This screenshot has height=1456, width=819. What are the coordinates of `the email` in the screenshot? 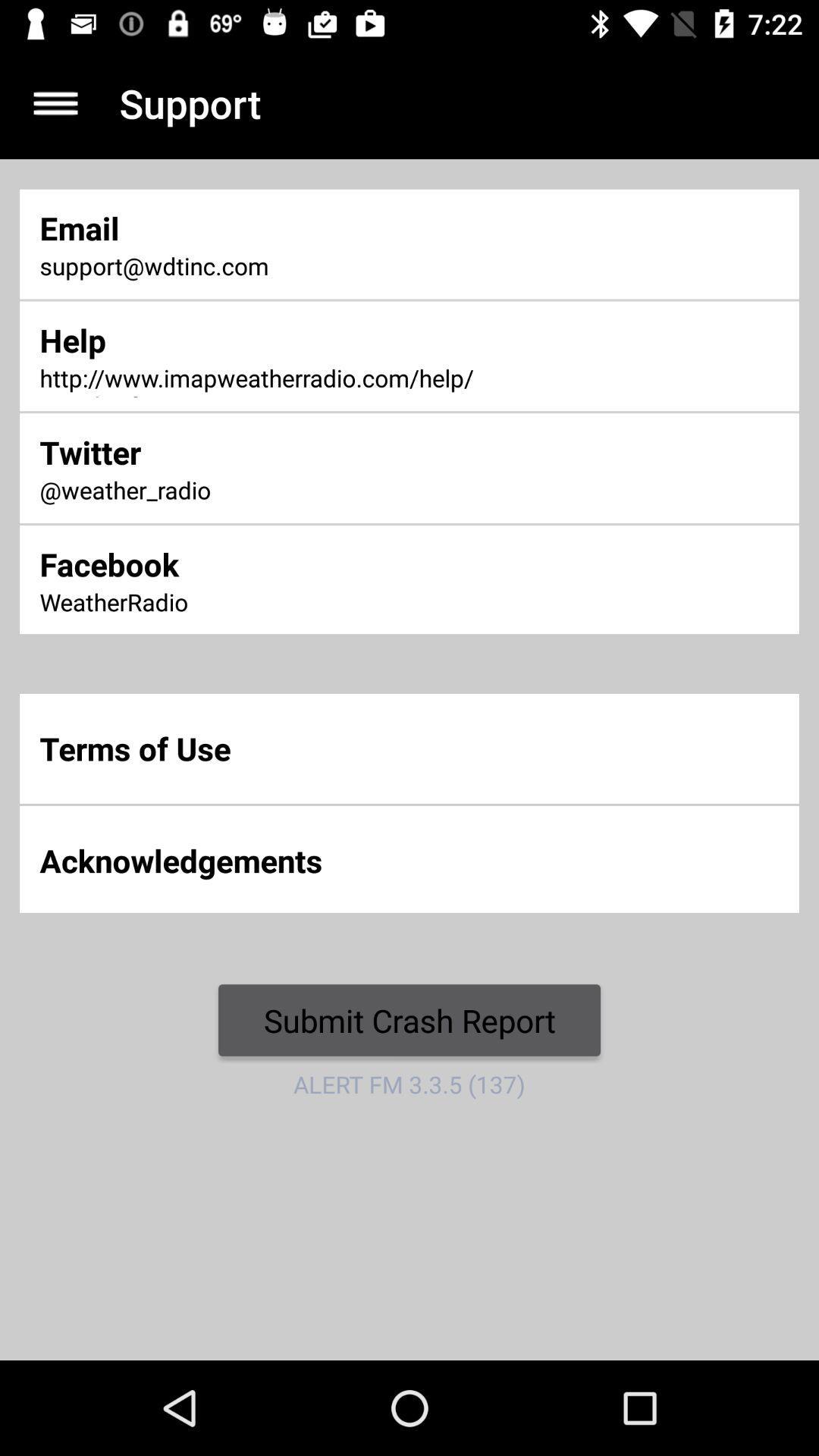 It's located at (271, 227).